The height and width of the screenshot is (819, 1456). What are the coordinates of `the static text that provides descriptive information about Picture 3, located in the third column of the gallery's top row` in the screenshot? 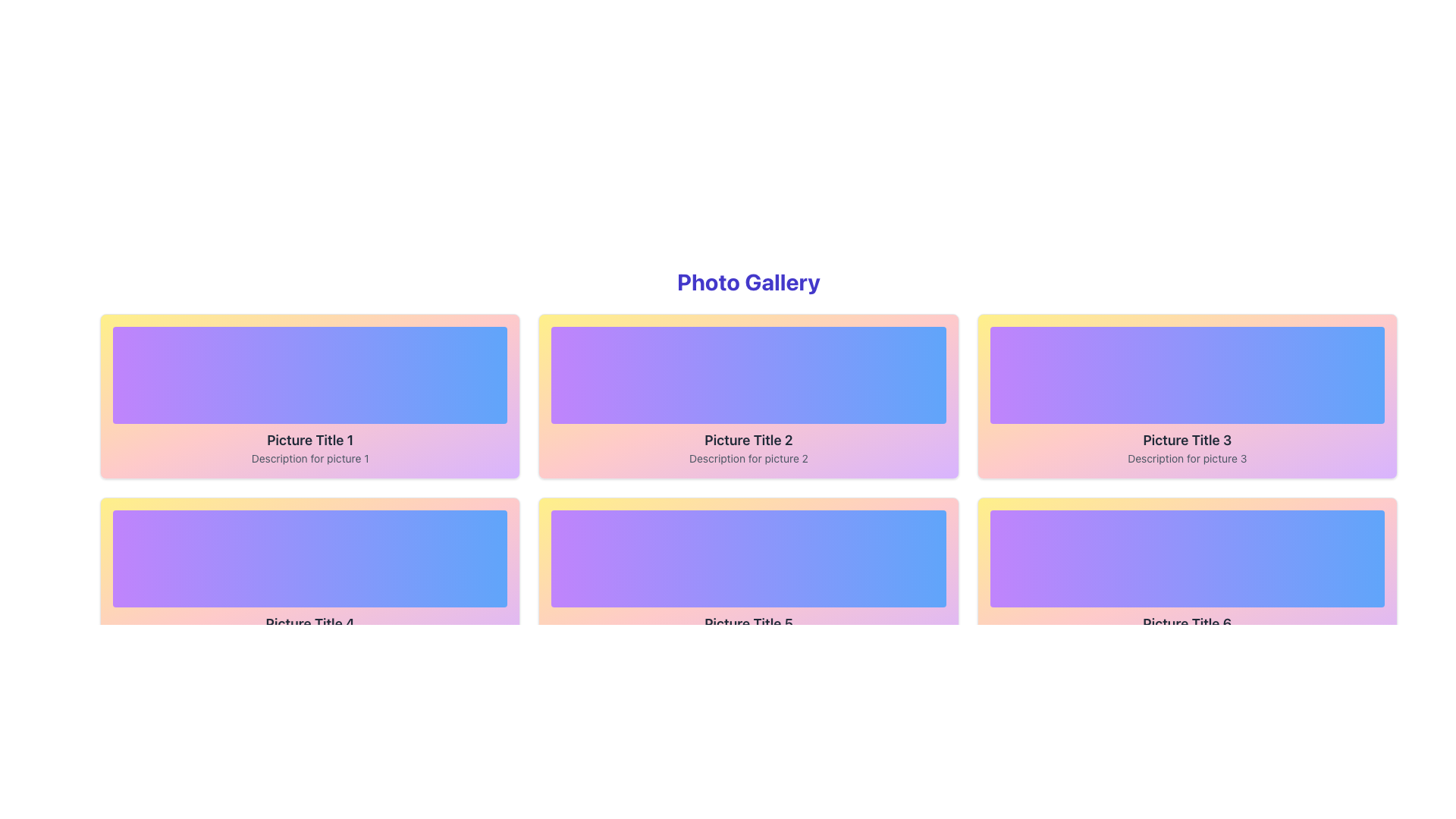 It's located at (1186, 458).